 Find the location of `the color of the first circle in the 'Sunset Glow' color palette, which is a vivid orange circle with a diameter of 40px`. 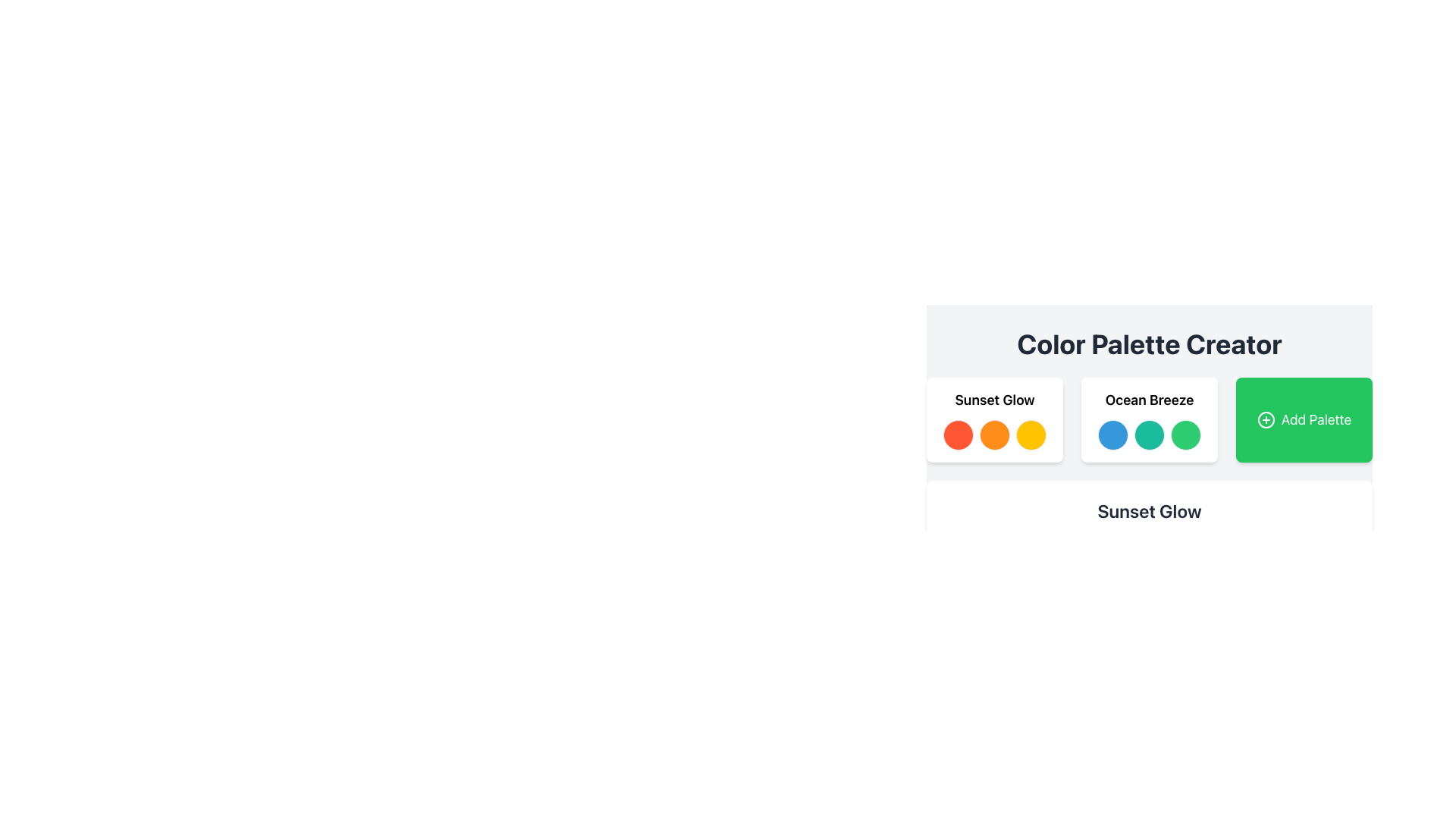

the color of the first circle in the 'Sunset Glow' color palette, which is a vivid orange circle with a diameter of 40px is located at coordinates (957, 435).